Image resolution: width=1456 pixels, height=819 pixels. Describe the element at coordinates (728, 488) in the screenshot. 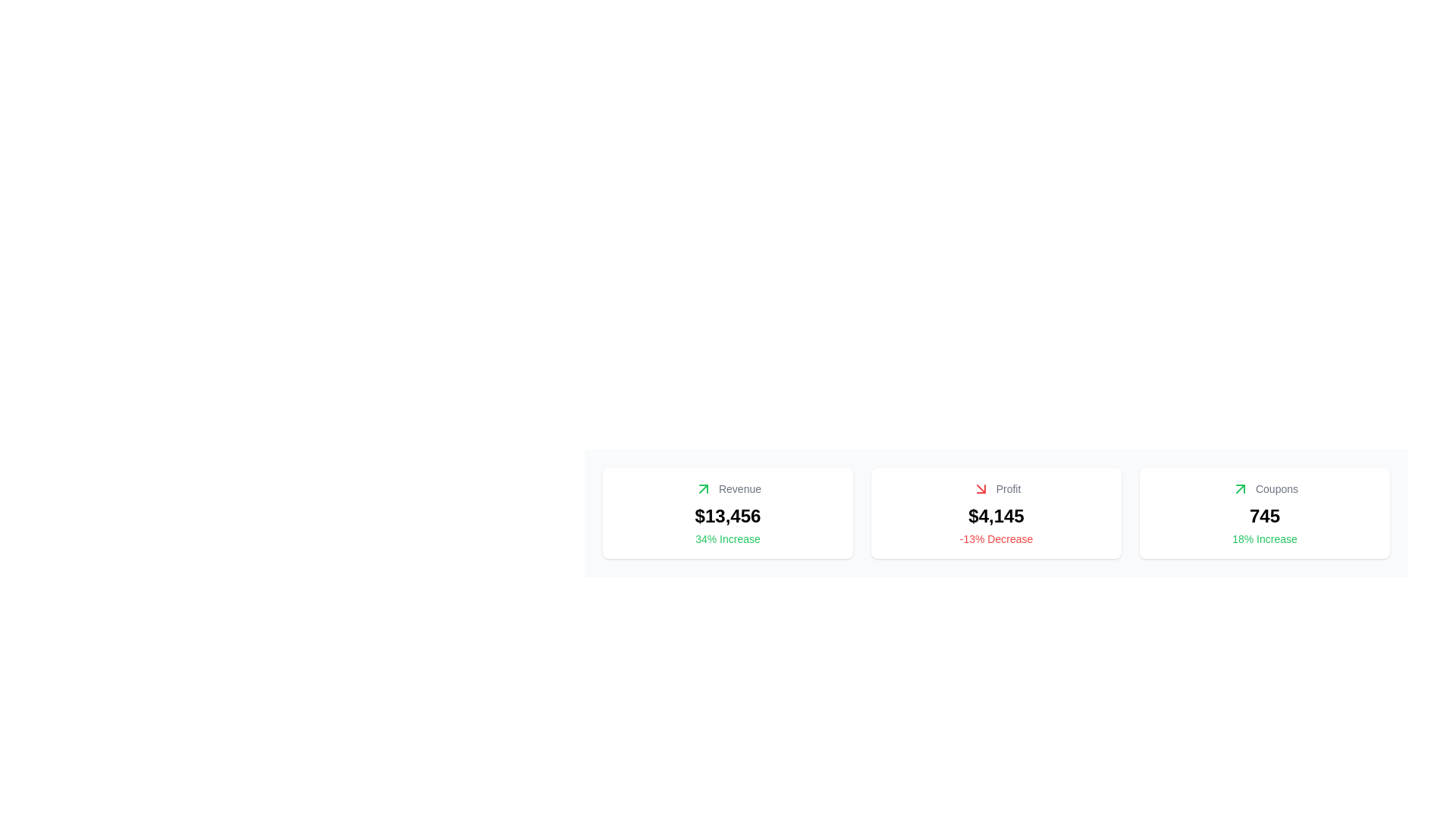

I see `the 'Revenue' text label displayed in light gray color at the top of the financial metrics card, located to the left of the revenue amount and near the green upward arrow` at that location.